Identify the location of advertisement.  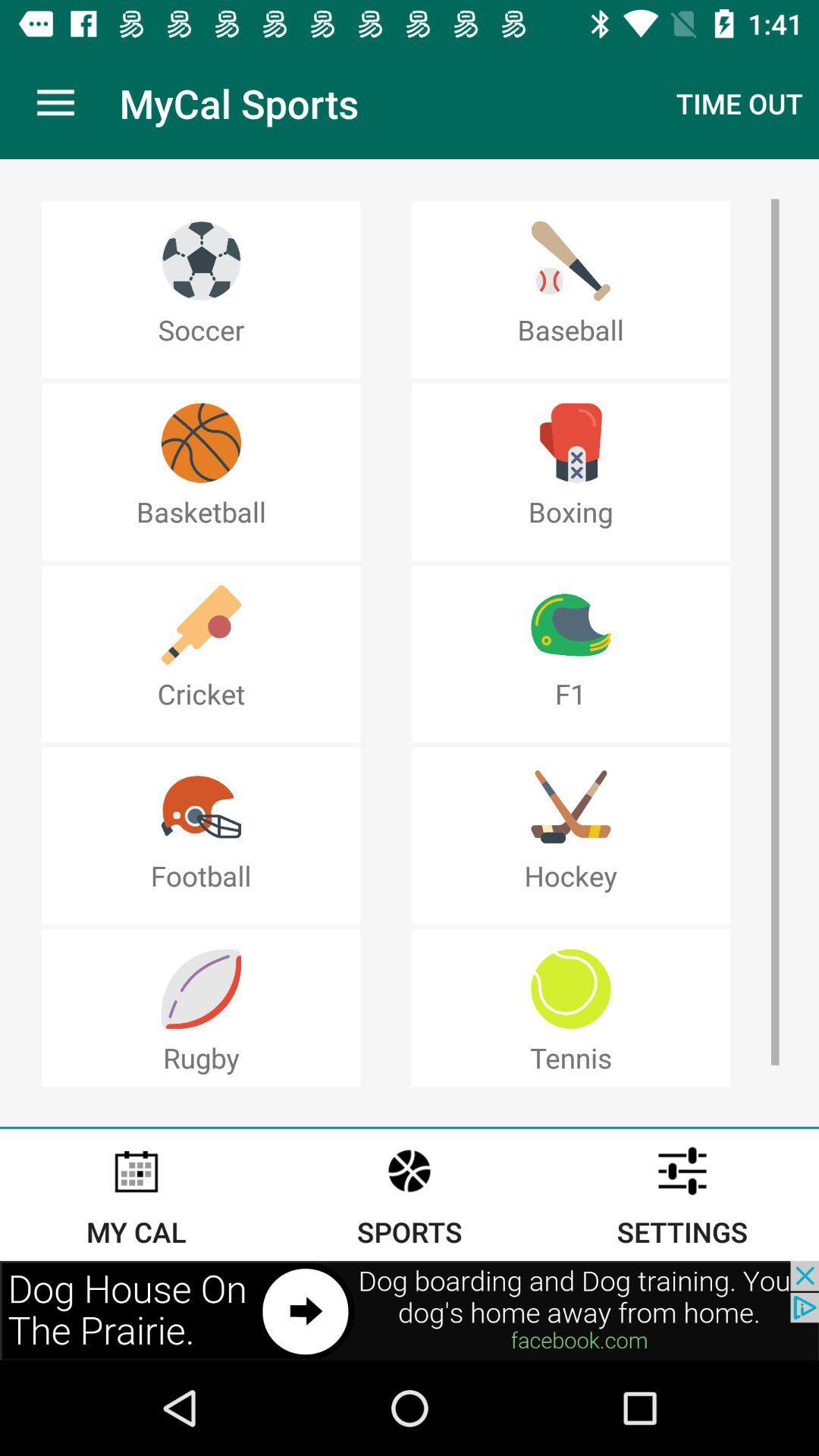
(409, 1310).